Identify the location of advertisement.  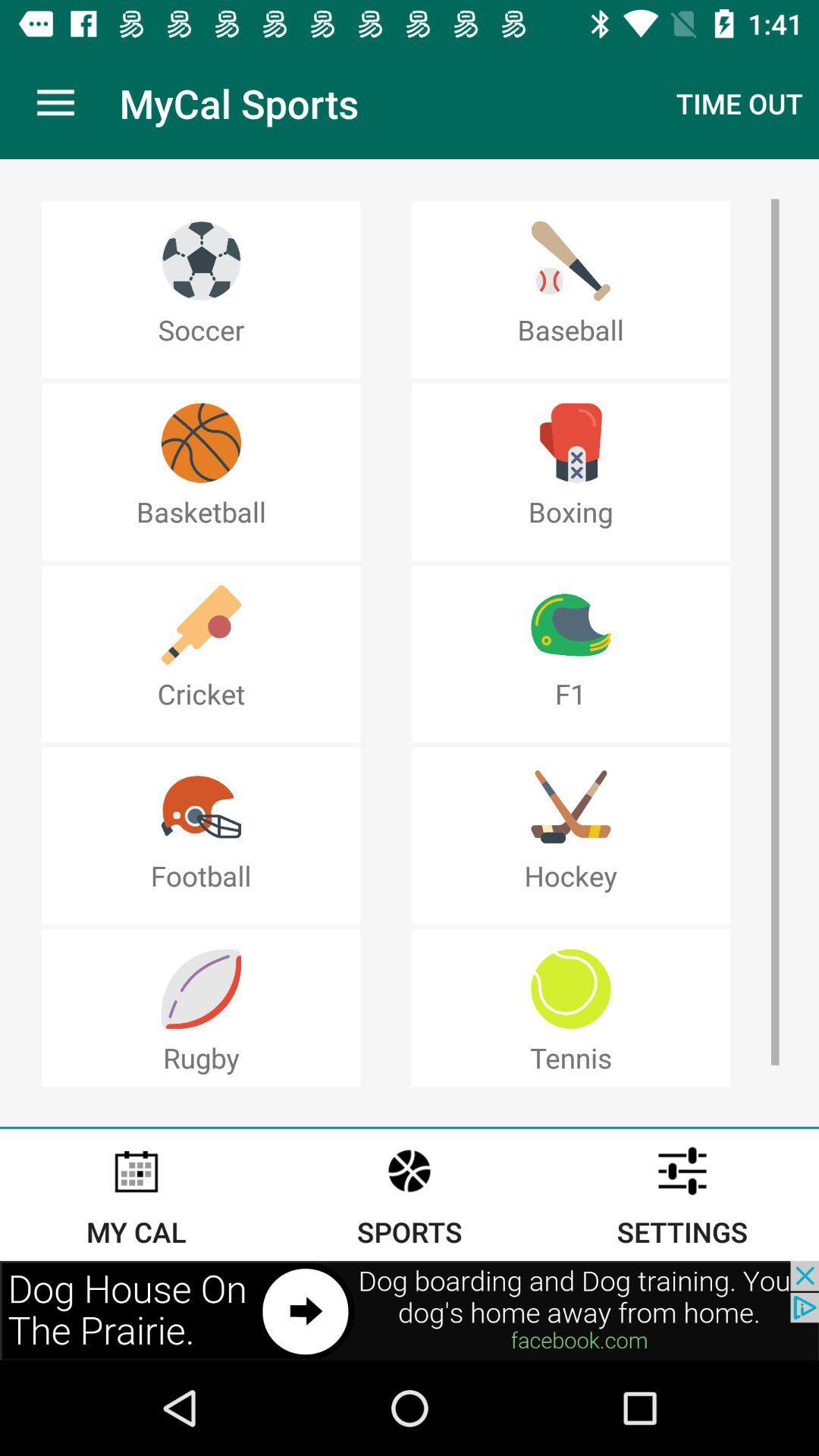
(409, 1310).